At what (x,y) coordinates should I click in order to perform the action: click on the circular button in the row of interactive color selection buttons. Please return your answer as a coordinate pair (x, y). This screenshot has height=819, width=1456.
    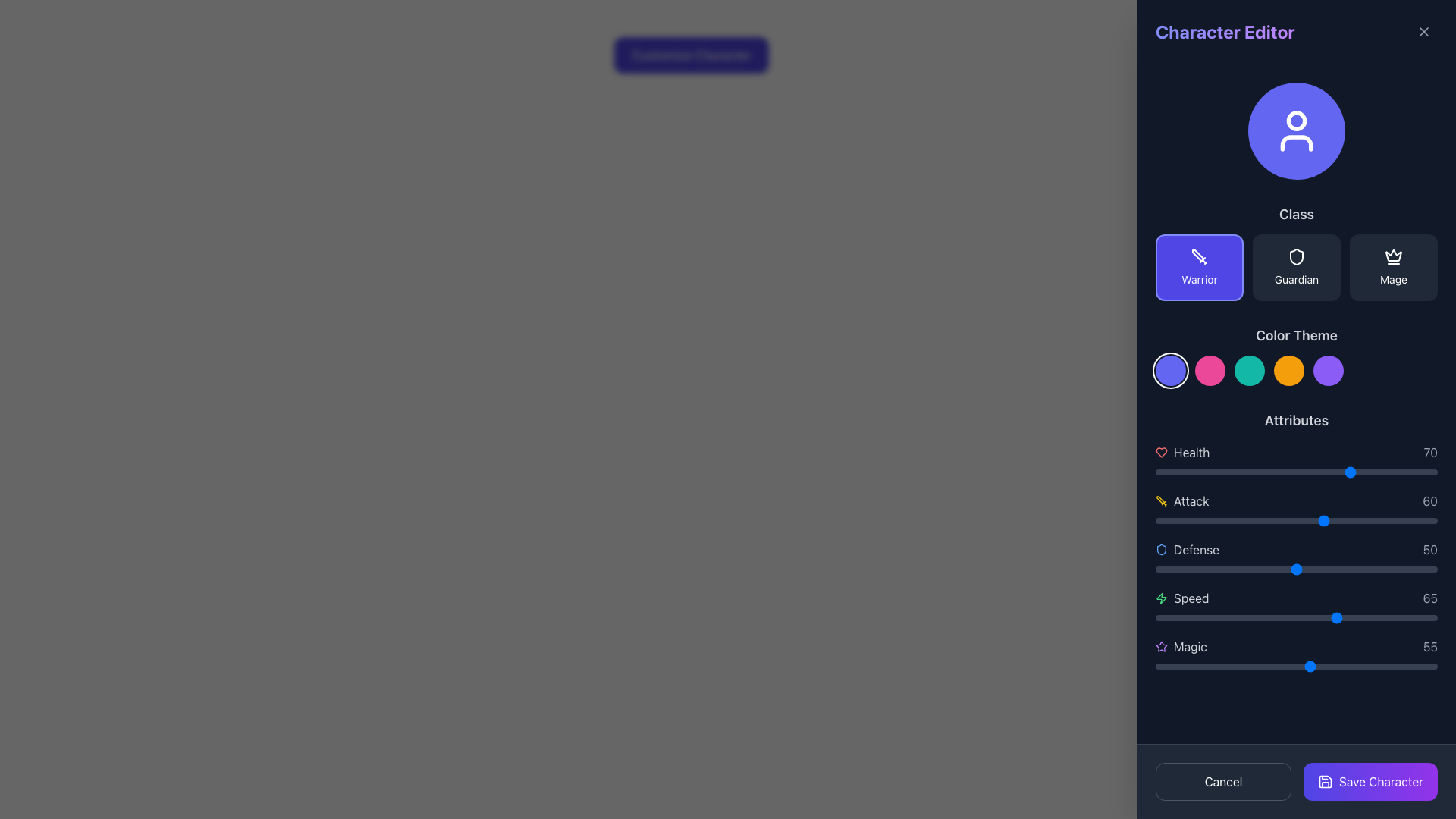
    Looking at the image, I should click on (1295, 371).